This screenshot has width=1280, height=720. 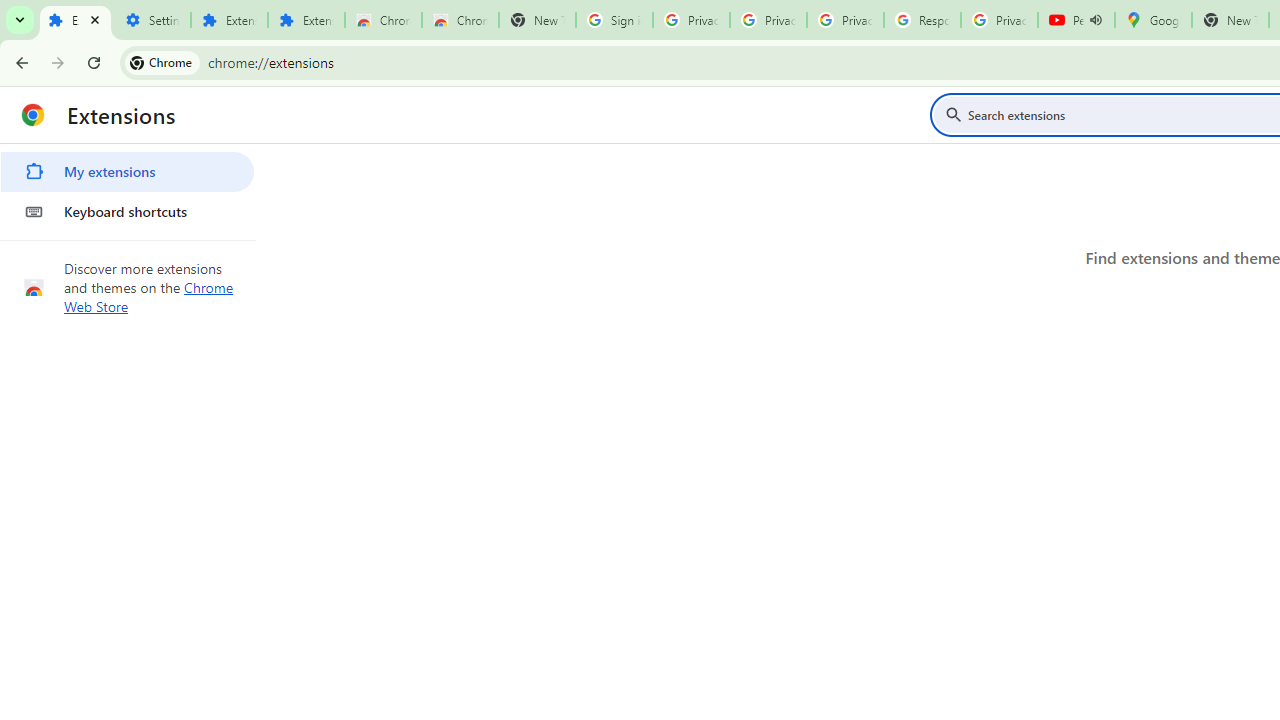 What do you see at coordinates (126, 171) in the screenshot?
I see `'My extensions'` at bounding box center [126, 171].